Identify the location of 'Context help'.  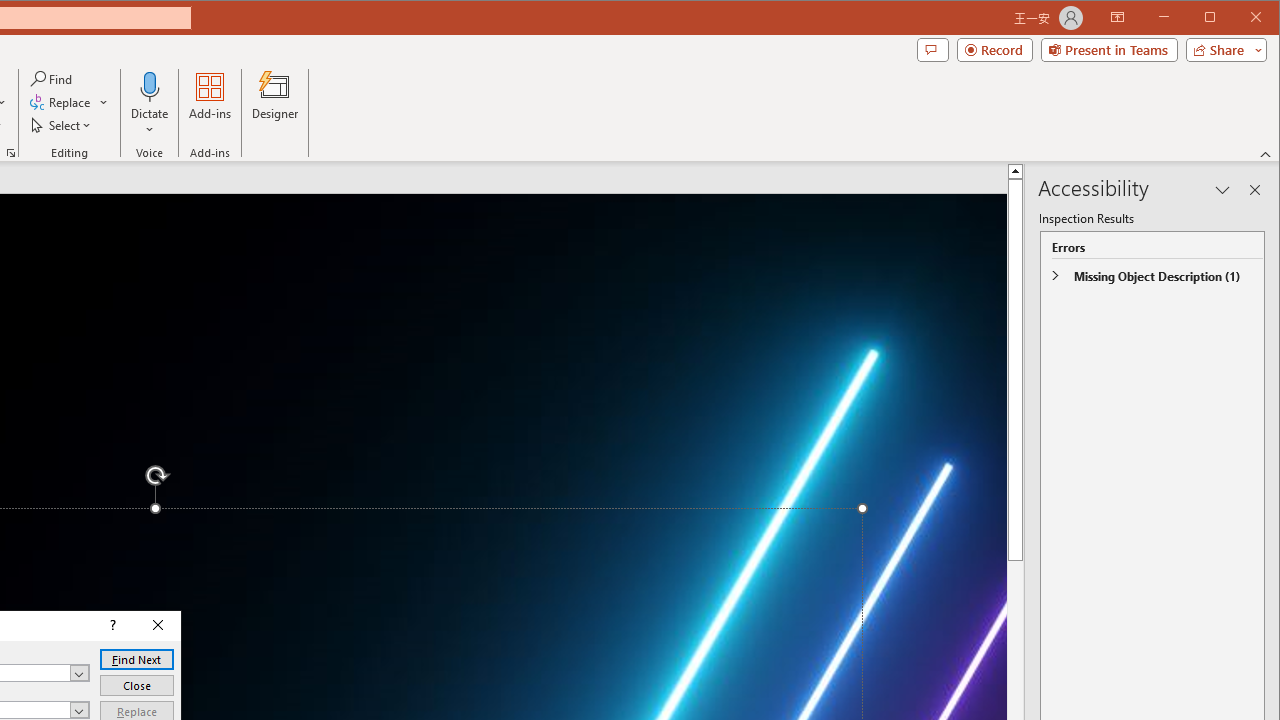
(110, 625).